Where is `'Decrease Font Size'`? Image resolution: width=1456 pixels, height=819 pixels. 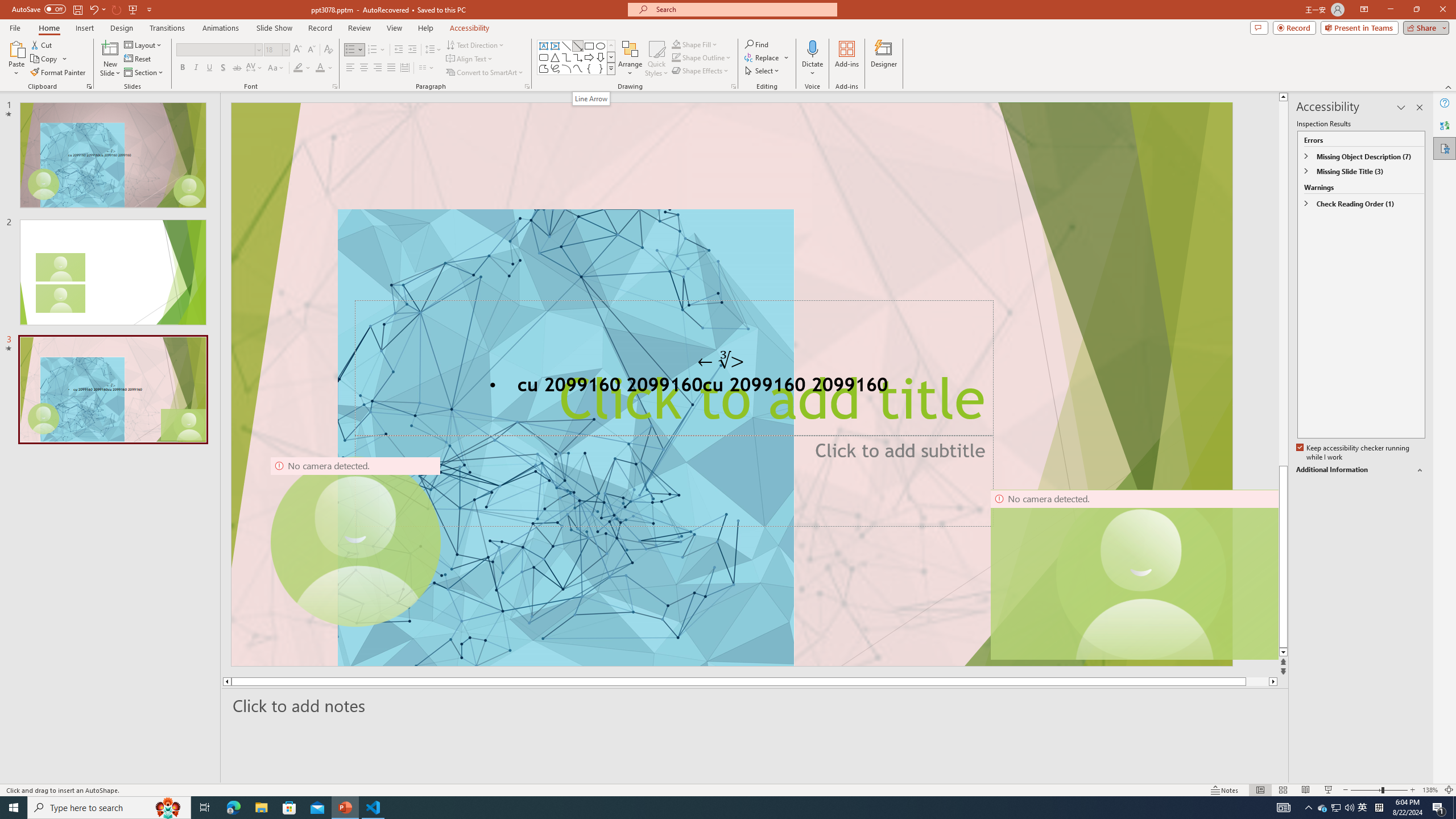
'Decrease Font Size' is located at coordinates (311, 49).